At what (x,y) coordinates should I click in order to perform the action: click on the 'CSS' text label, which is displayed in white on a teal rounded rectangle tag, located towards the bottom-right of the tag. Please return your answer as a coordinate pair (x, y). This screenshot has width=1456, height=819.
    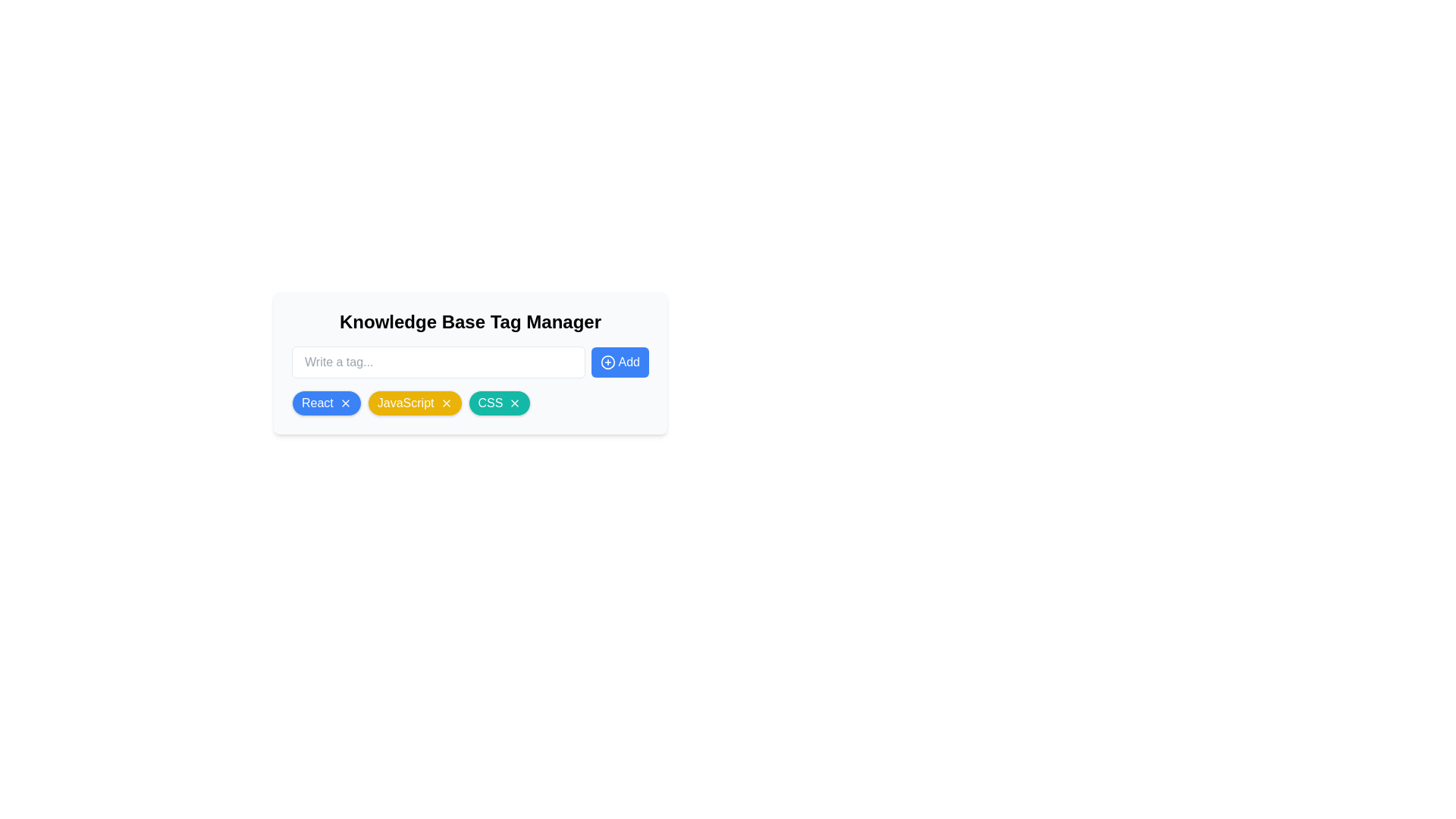
    Looking at the image, I should click on (491, 403).